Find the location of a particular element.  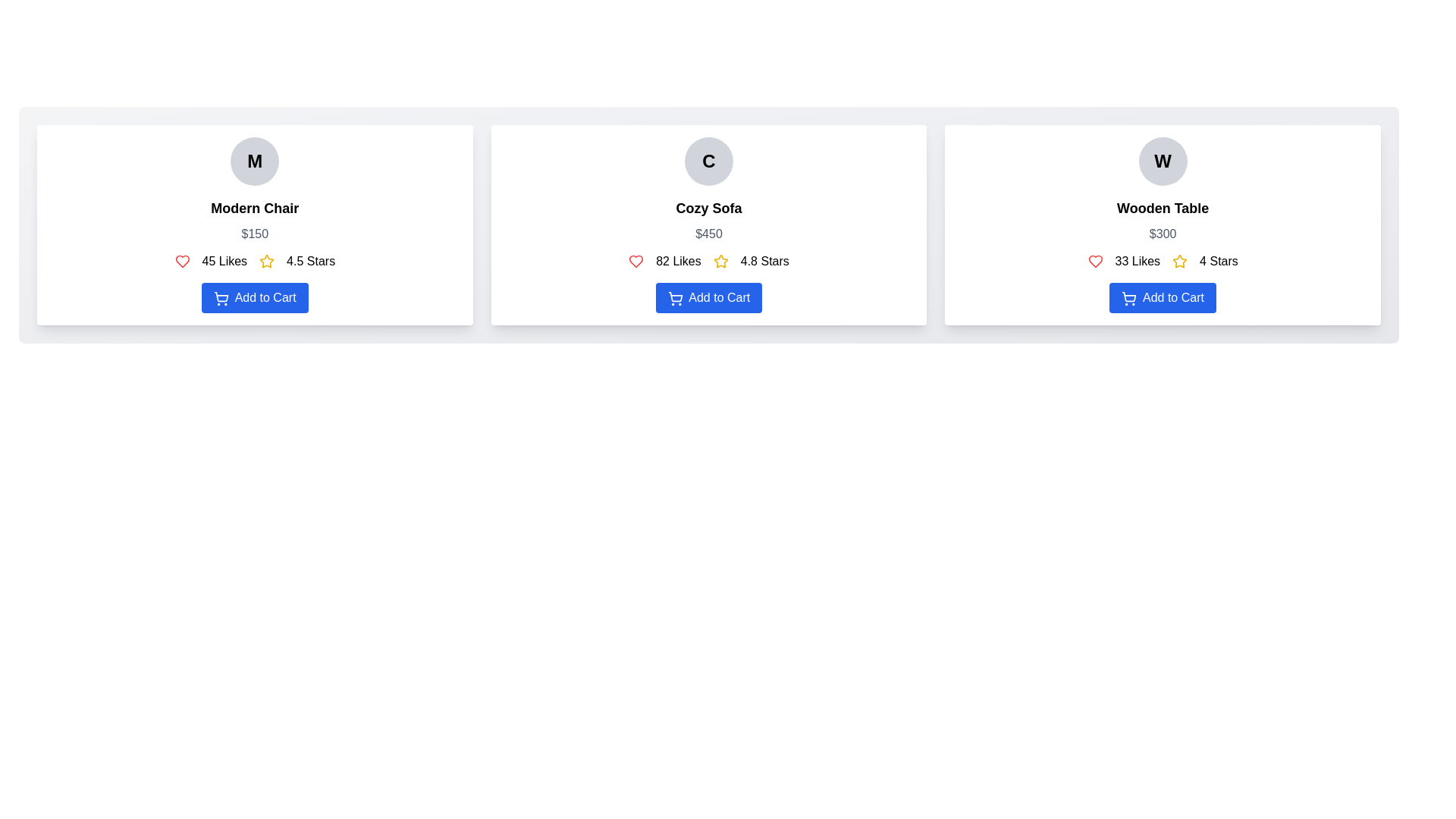

rating displayed as '4.8 Stars' in black text within the second product card, located underneath the product title and price, to understand the product's evaluation is located at coordinates (764, 260).